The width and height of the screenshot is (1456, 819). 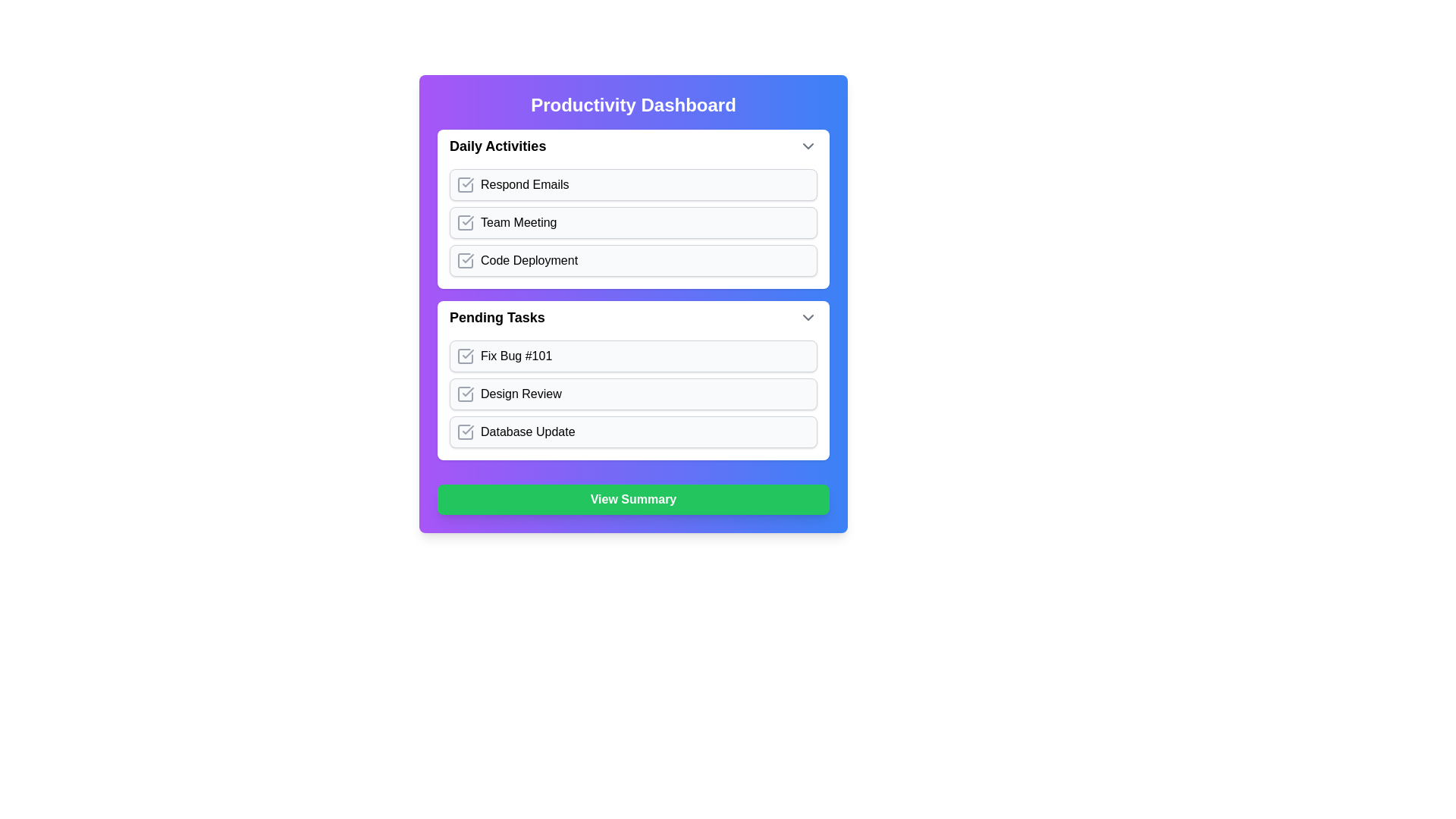 What do you see at coordinates (807, 317) in the screenshot?
I see `the downward-pointing gray chevron icon located to the far right of the 'Pending Tasks' section header, aligned with the text 'Pending Tasks'` at bounding box center [807, 317].